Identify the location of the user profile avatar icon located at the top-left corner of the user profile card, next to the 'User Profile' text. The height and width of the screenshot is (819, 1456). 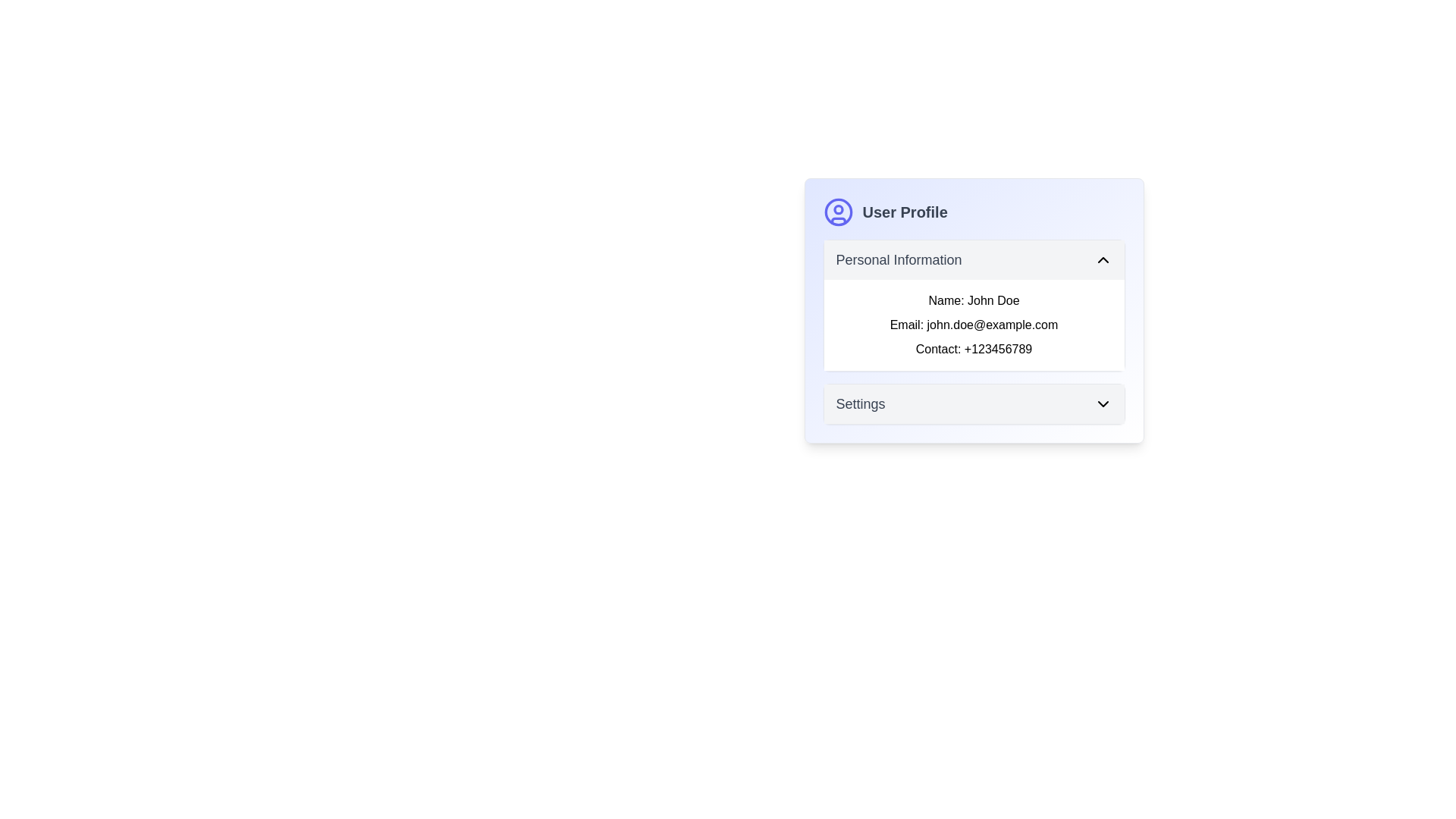
(837, 212).